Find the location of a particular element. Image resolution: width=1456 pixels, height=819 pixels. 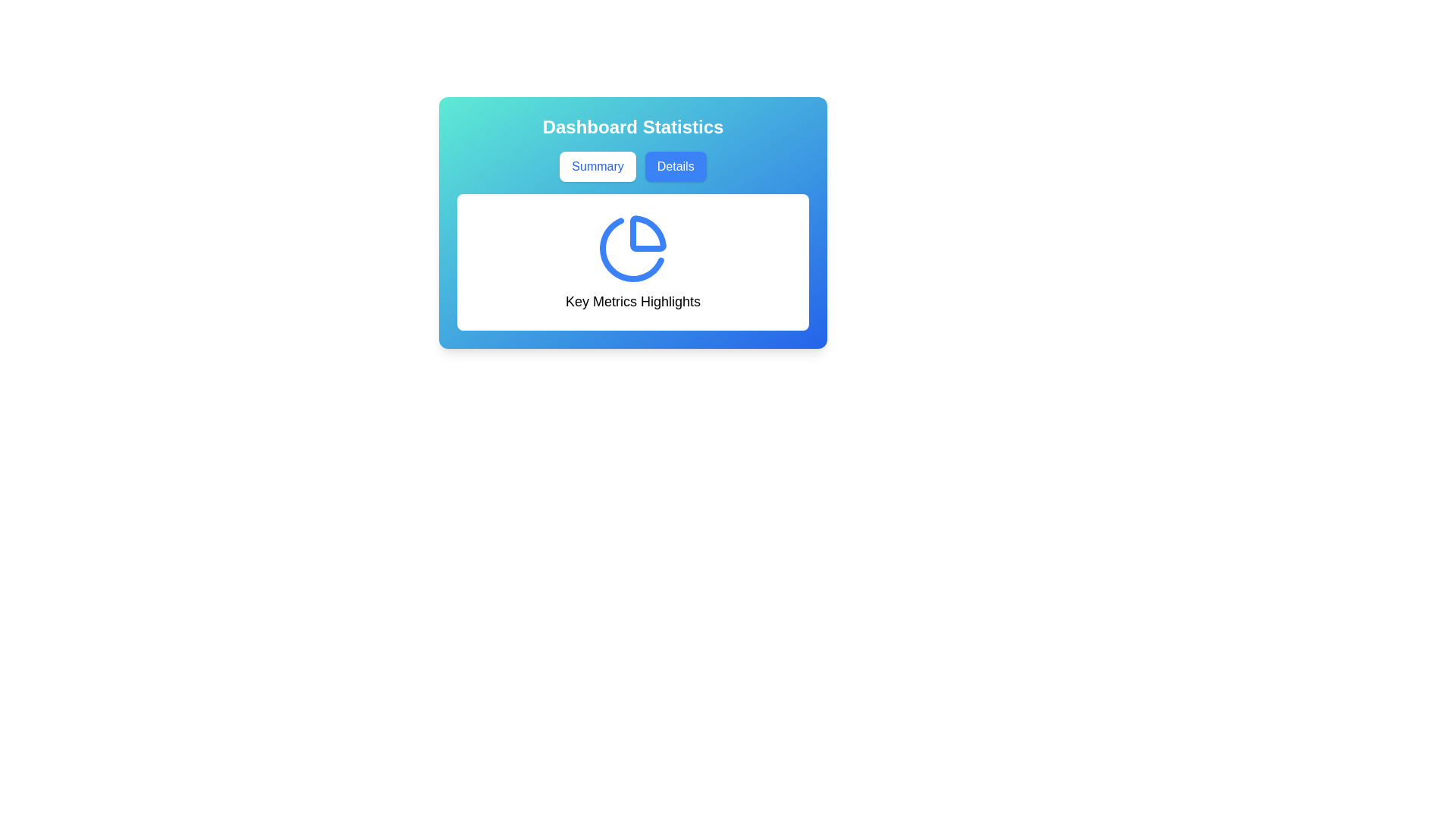

the text element that reads 'Key Metrics Highlights', which is styled with a larger font size and bold weight, located directly beneath a blue pie chart icon is located at coordinates (633, 301).